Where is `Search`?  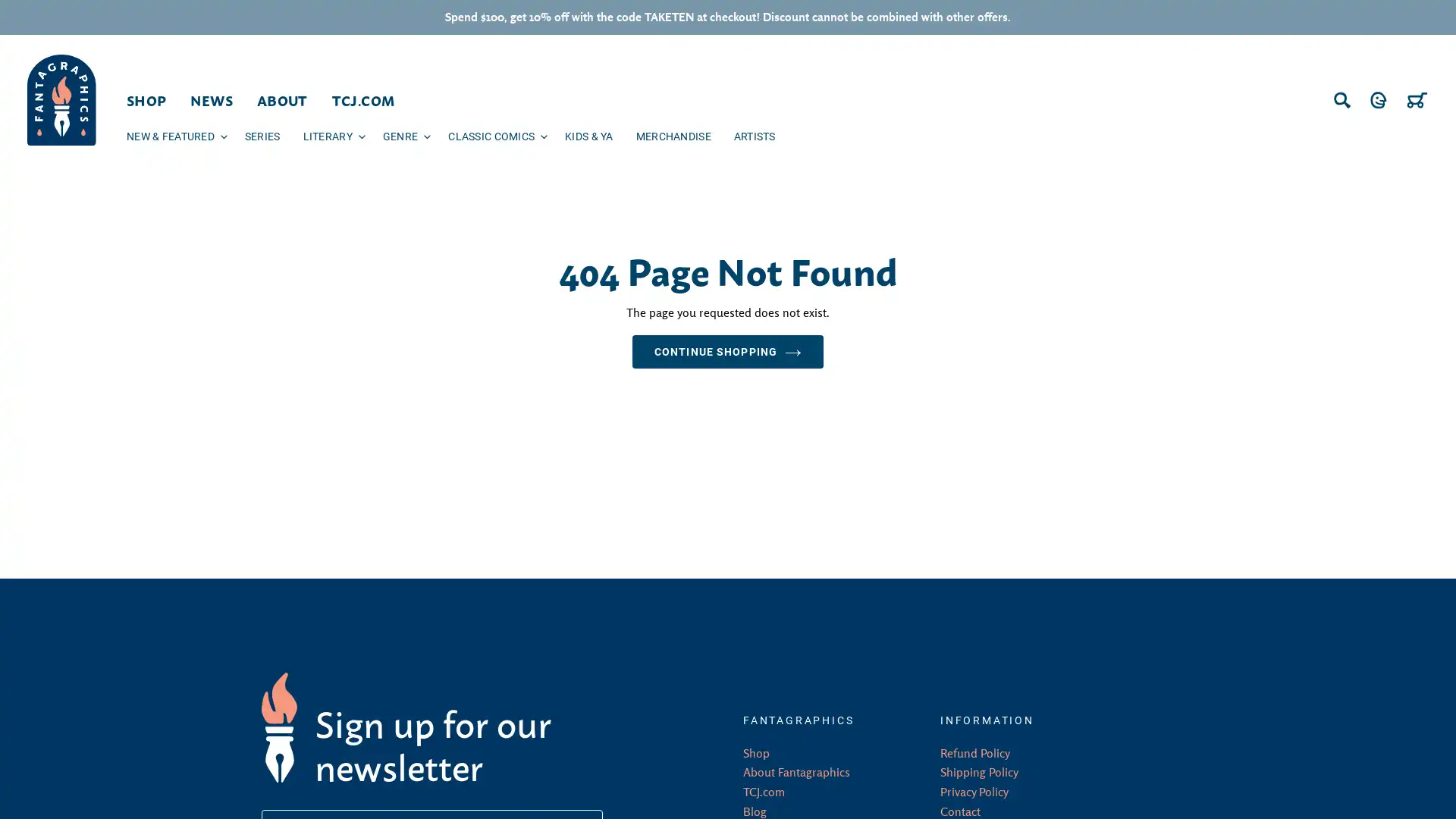
Search is located at coordinates (1342, 99).